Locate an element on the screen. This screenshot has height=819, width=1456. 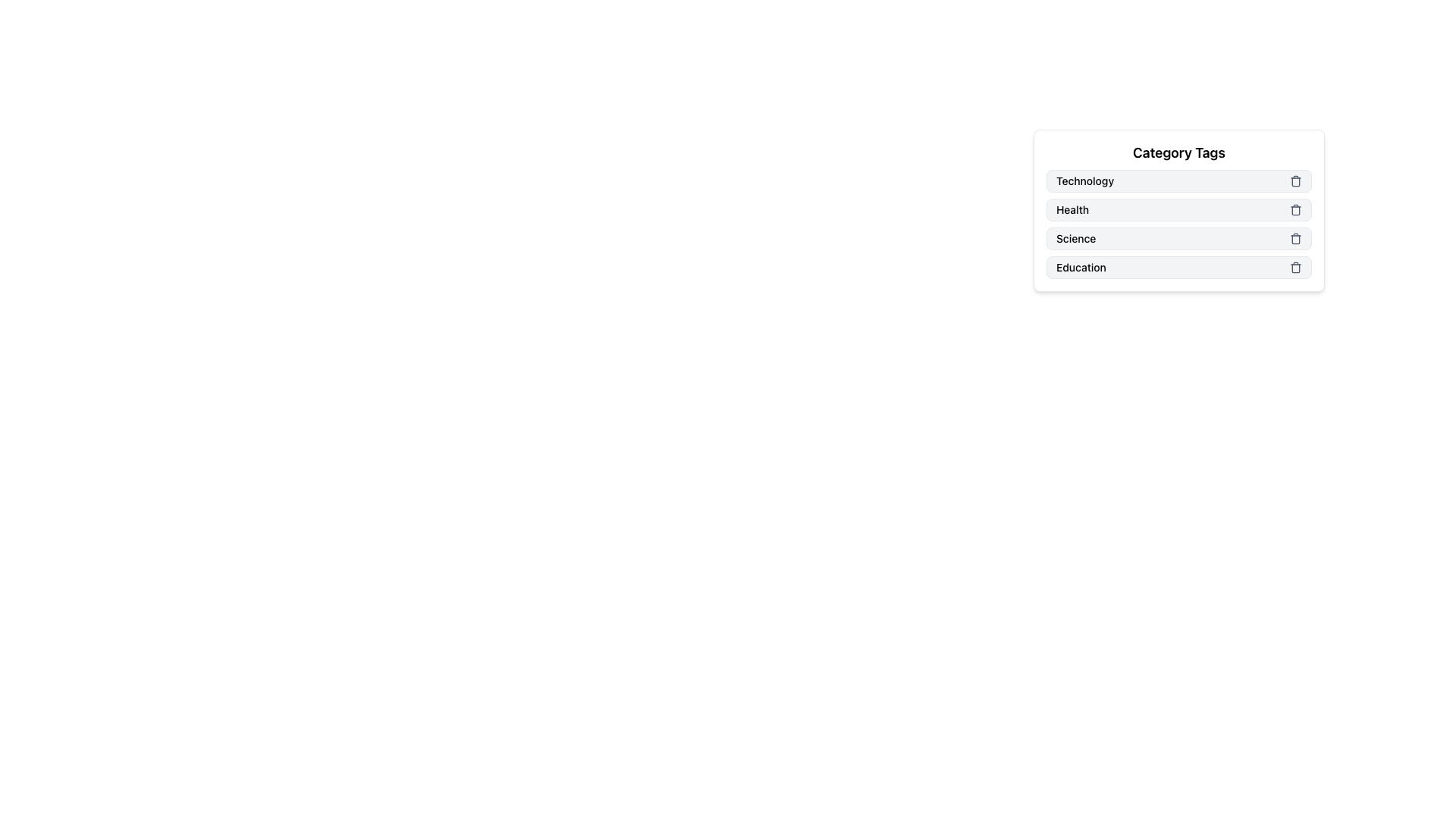
the 'Health' list item within the 'Category Tags' section for keyboard navigation is located at coordinates (1178, 210).